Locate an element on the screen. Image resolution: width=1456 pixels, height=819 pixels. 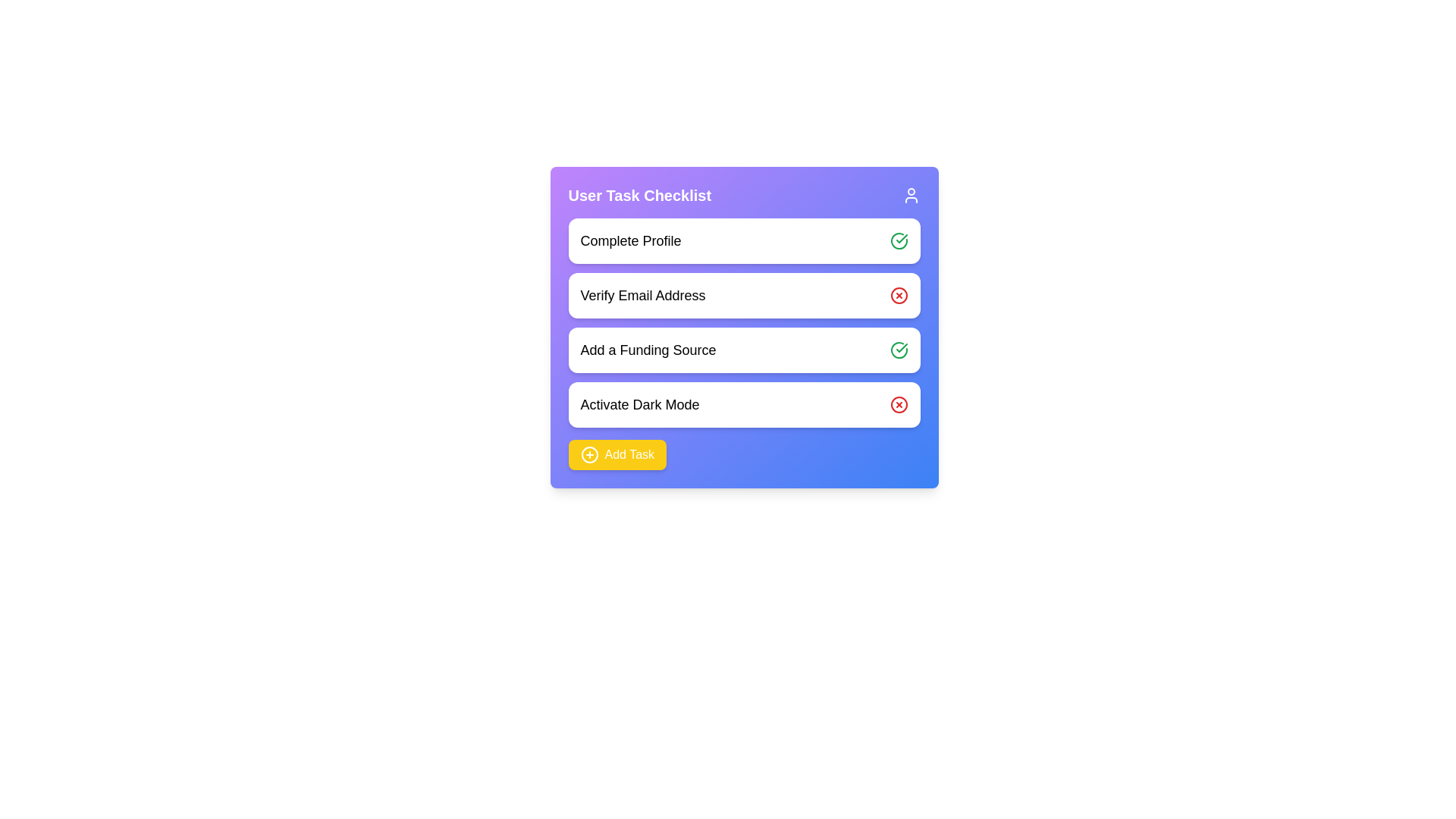
error icon indicating failure or rejection for the 'Verify Email Address' task located towards the right end of the checklist row is located at coordinates (899, 295).